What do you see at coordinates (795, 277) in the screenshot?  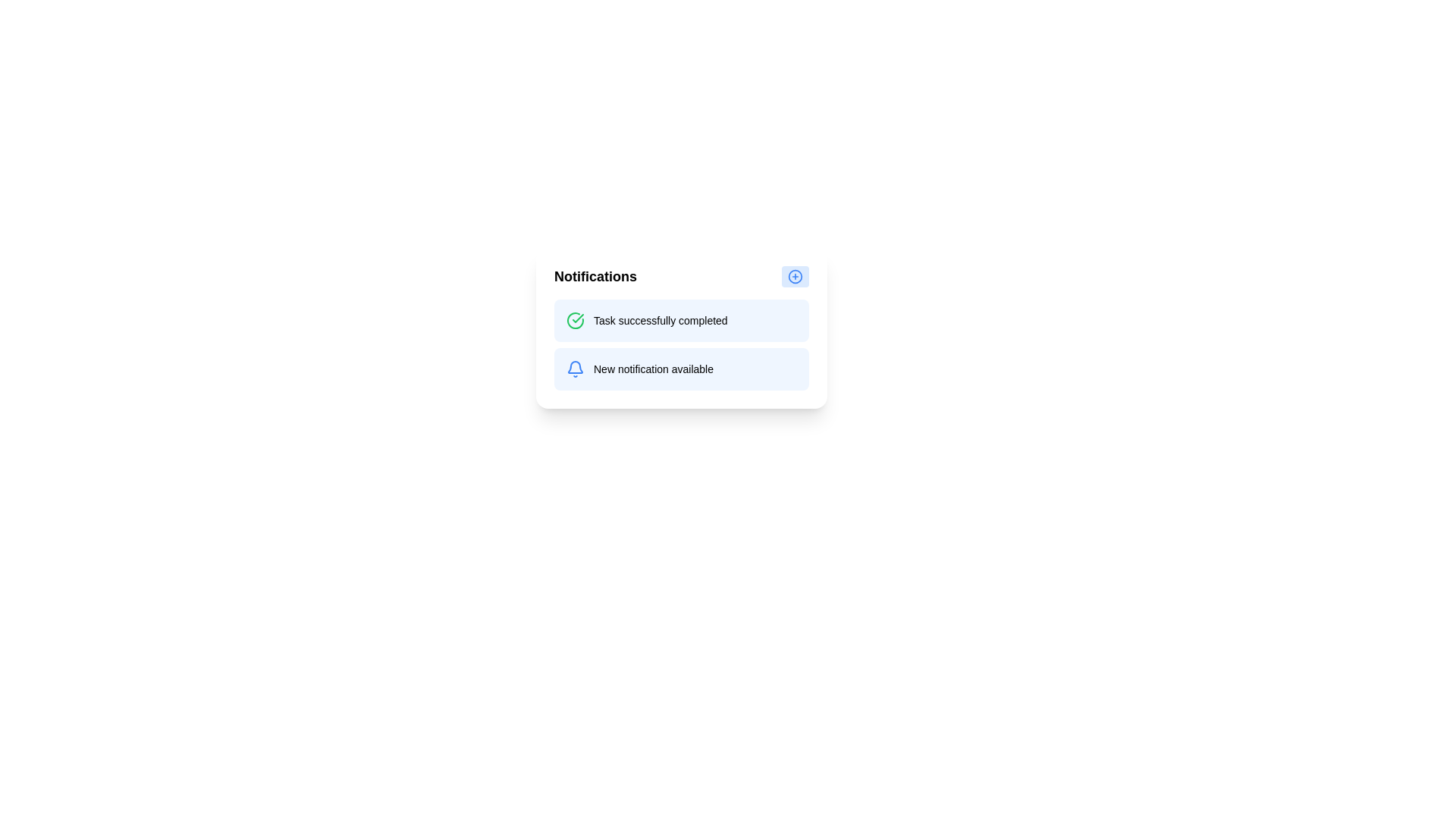 I see `the circular '+' button with a light blue background and blue border located at the top-right corner of the Notifications box` at bounding box center [795, 277].